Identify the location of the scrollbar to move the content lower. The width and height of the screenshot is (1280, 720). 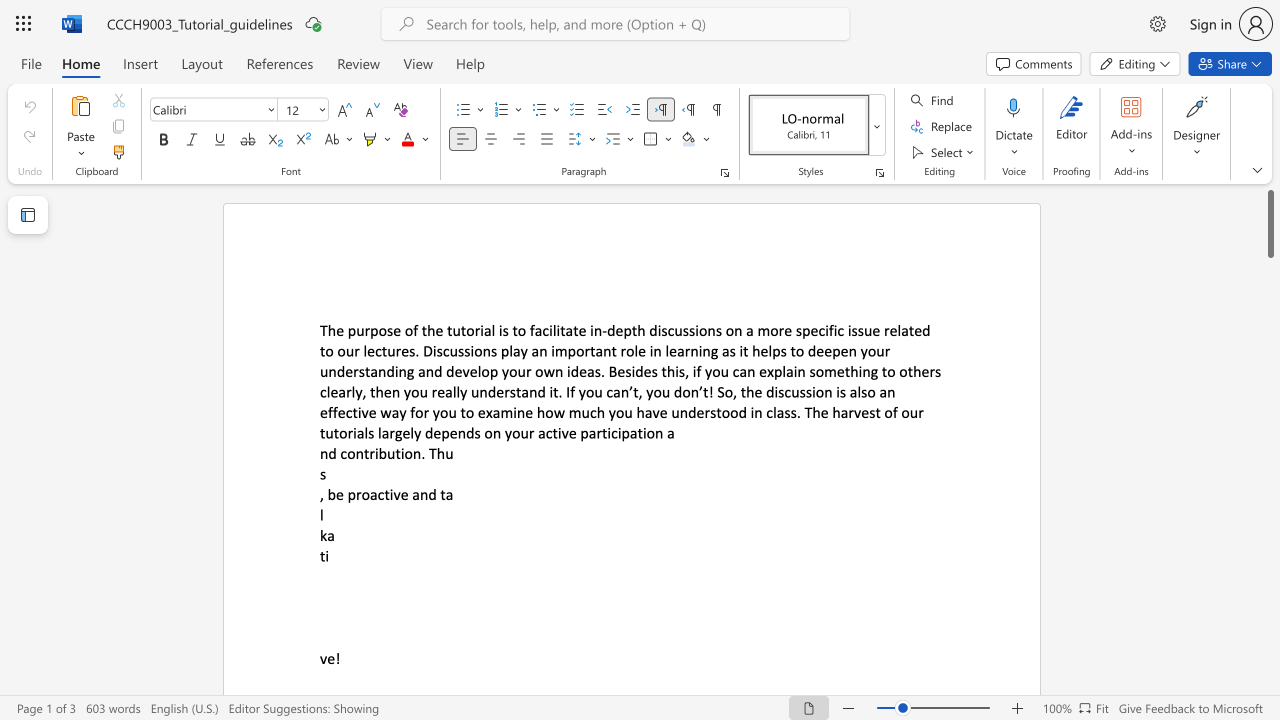
(1269, 290).